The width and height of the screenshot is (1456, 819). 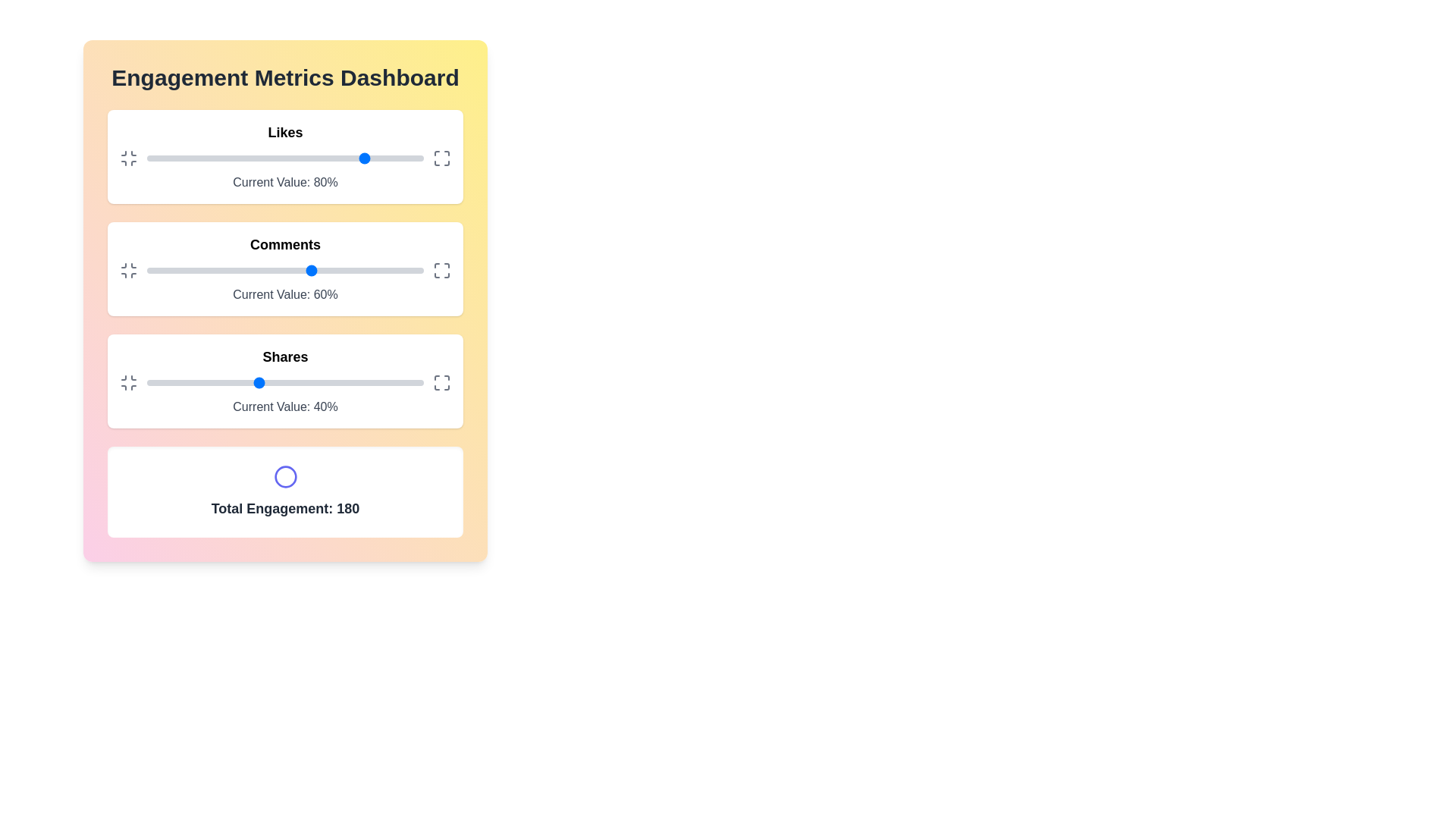 I want to click on the comments slider, so click(x=306, y=270).